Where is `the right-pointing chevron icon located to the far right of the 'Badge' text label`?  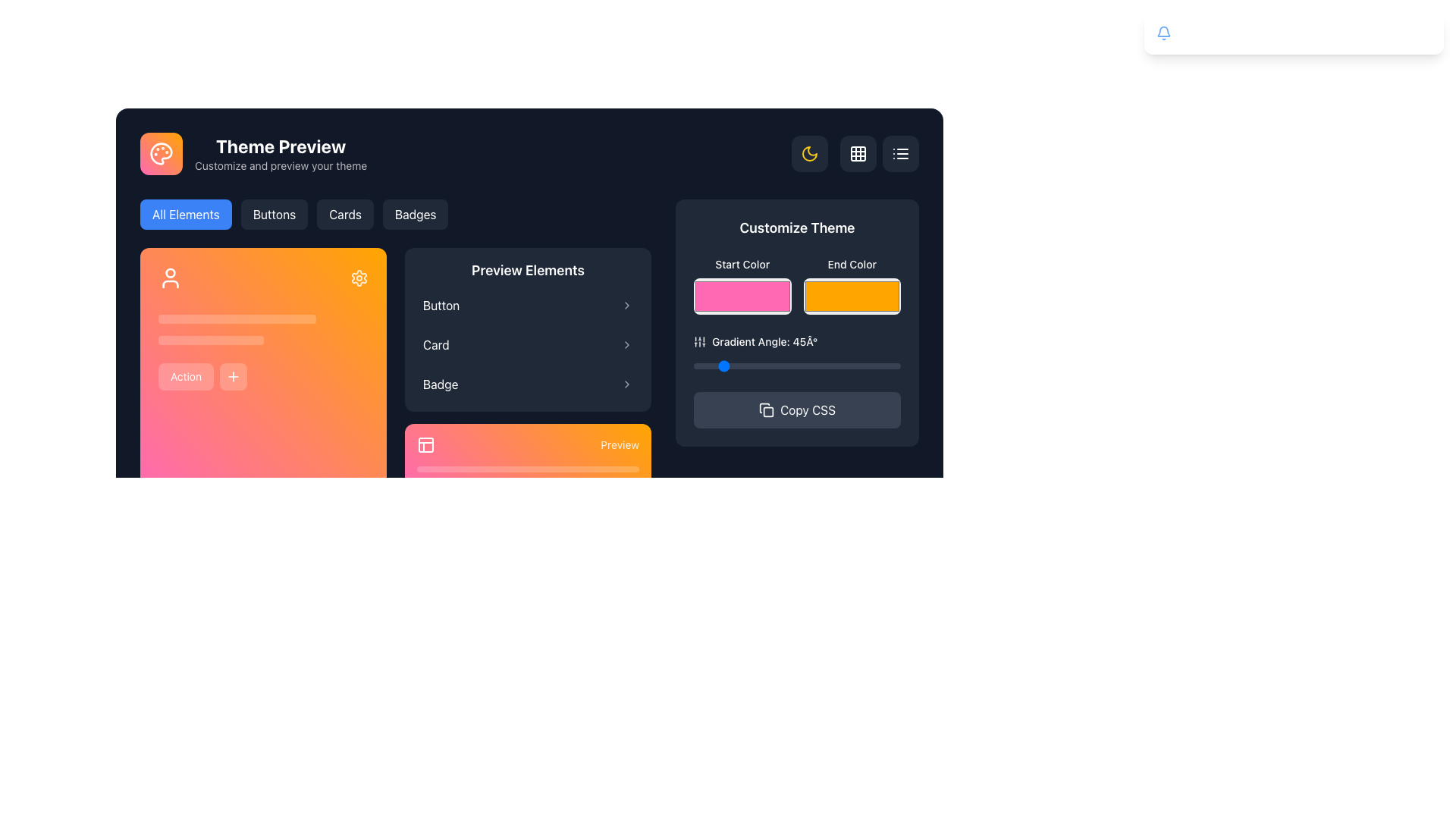
the right-pointing chevron icon located to the far right of the 'Badge' text label is located at coordinates (626, 383).